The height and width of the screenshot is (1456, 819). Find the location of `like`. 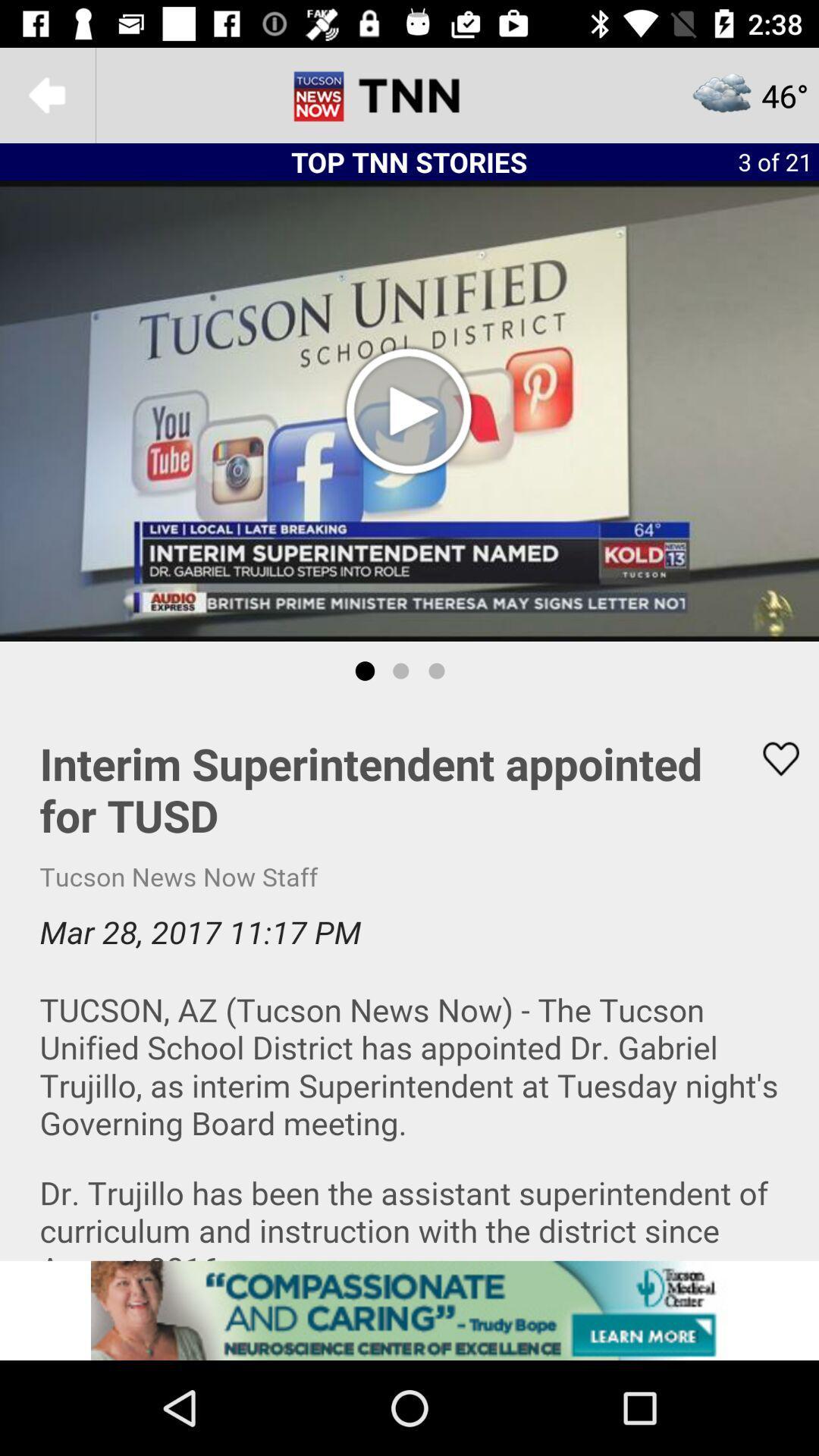

like is located at coordinates (771, 758).